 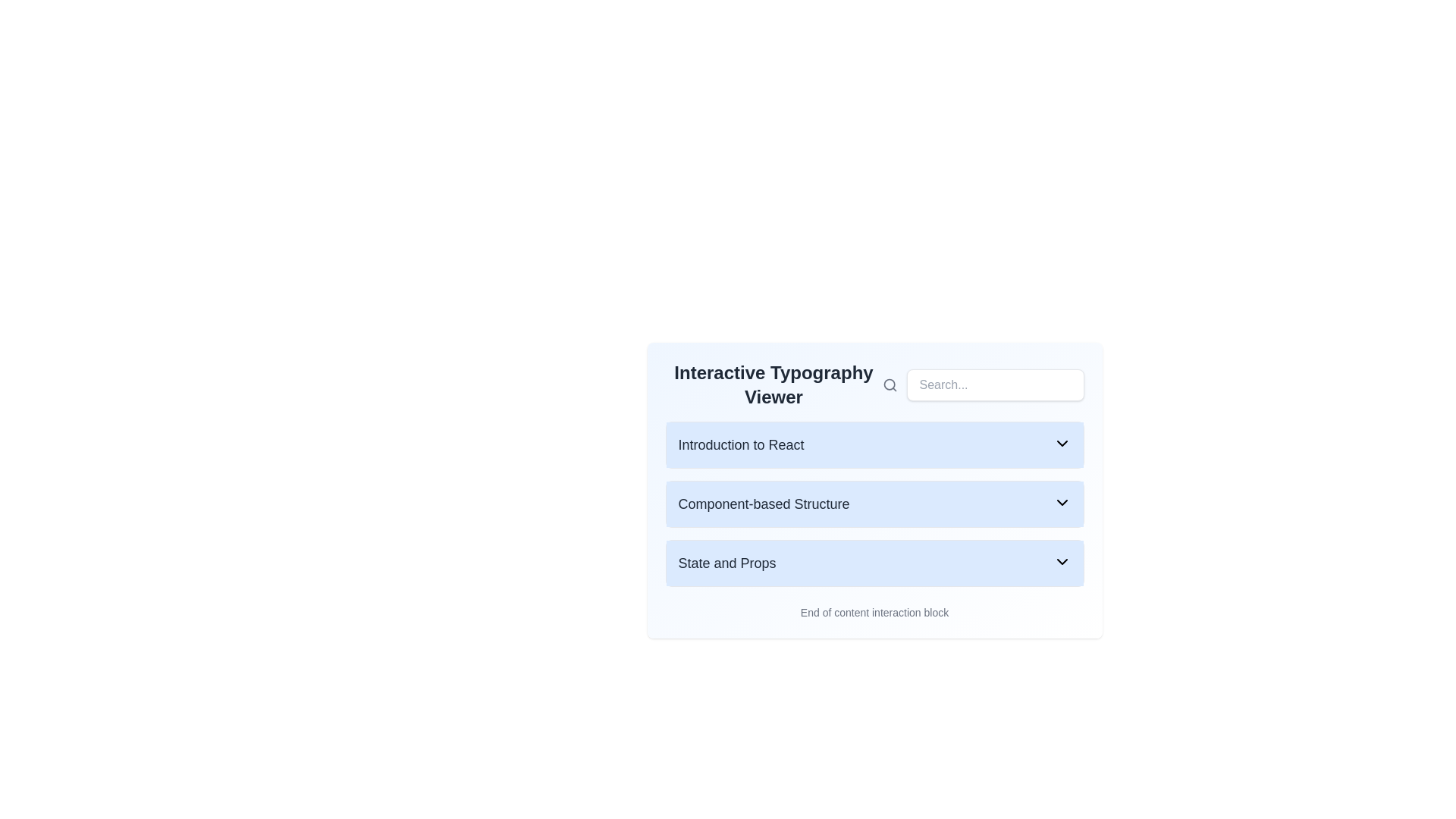 What do you see at coordinates (874, 491) in the screenshot?
I see `the interactive list item associated with the 'Component-based Structure' section` at bounding box center [874, 491].